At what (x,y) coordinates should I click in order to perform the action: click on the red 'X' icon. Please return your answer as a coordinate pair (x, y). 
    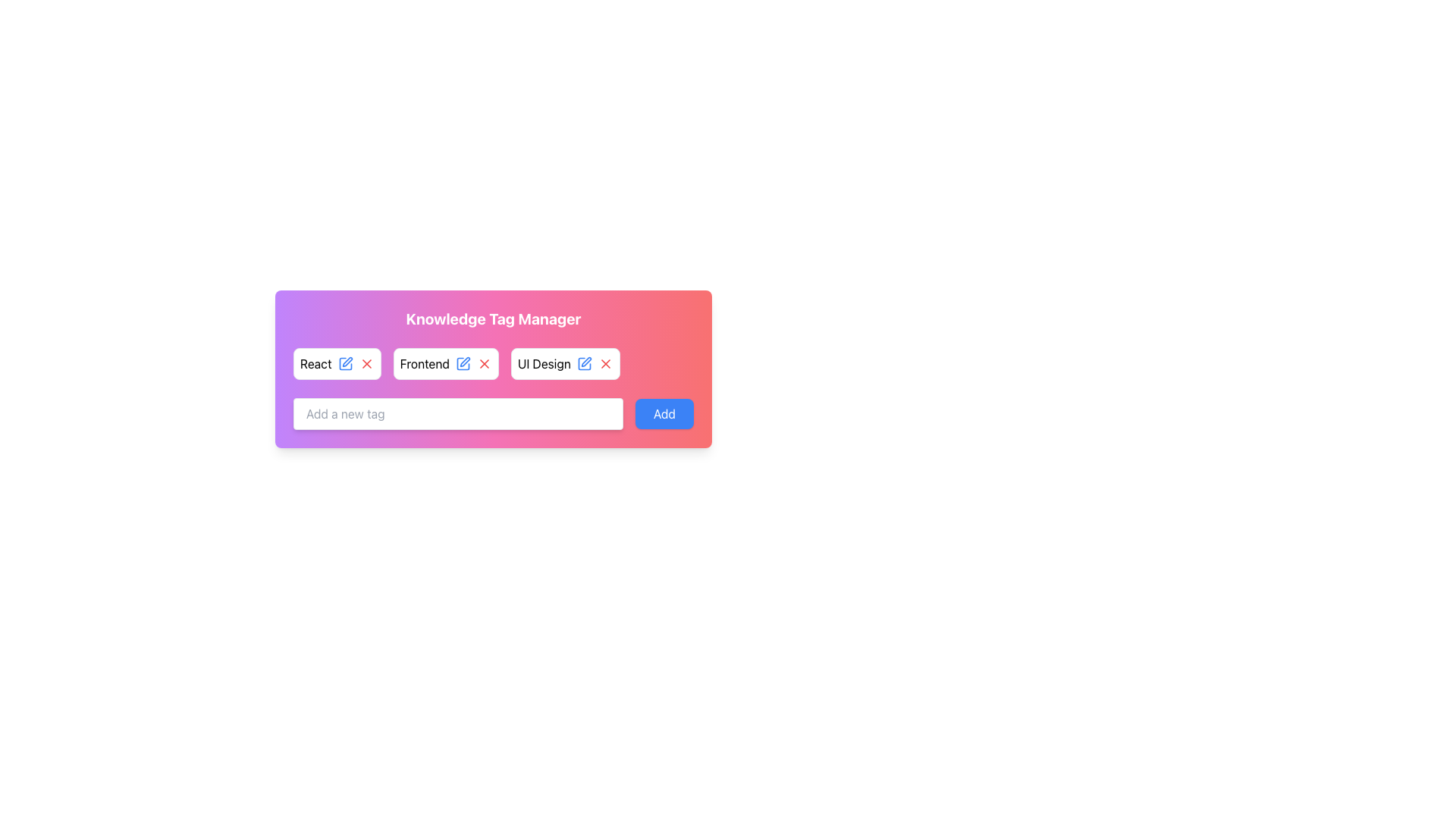
    Looking at the image, I should click on (483, 363).